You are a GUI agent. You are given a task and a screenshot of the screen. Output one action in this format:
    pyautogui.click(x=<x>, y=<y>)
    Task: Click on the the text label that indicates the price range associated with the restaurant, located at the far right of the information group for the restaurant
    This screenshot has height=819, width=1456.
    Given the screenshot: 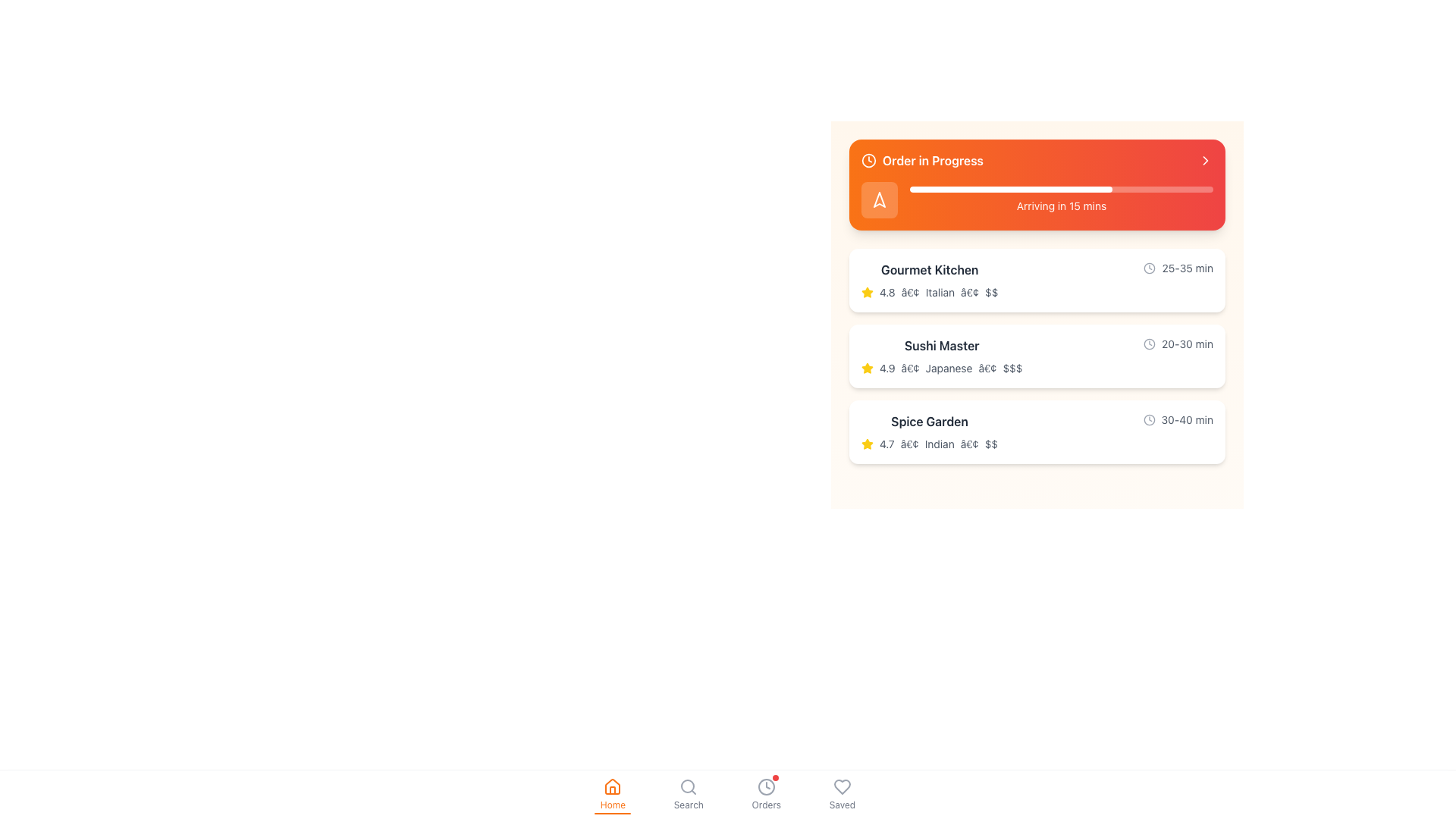 What is the action you would take?
    pyautogui.click(x=991, y=292)
    